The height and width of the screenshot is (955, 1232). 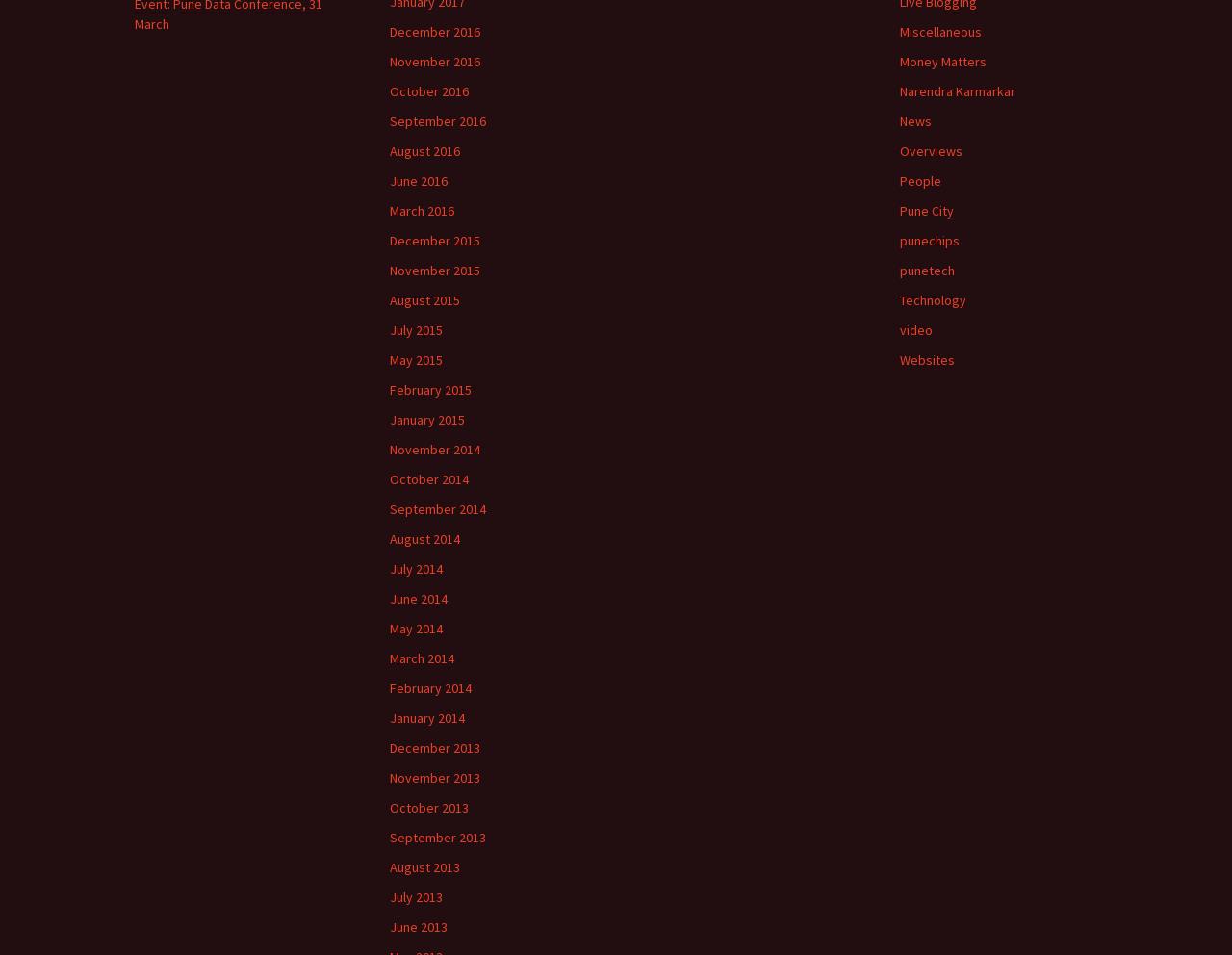 I want to click on 'People', so click(x=919, y=179).